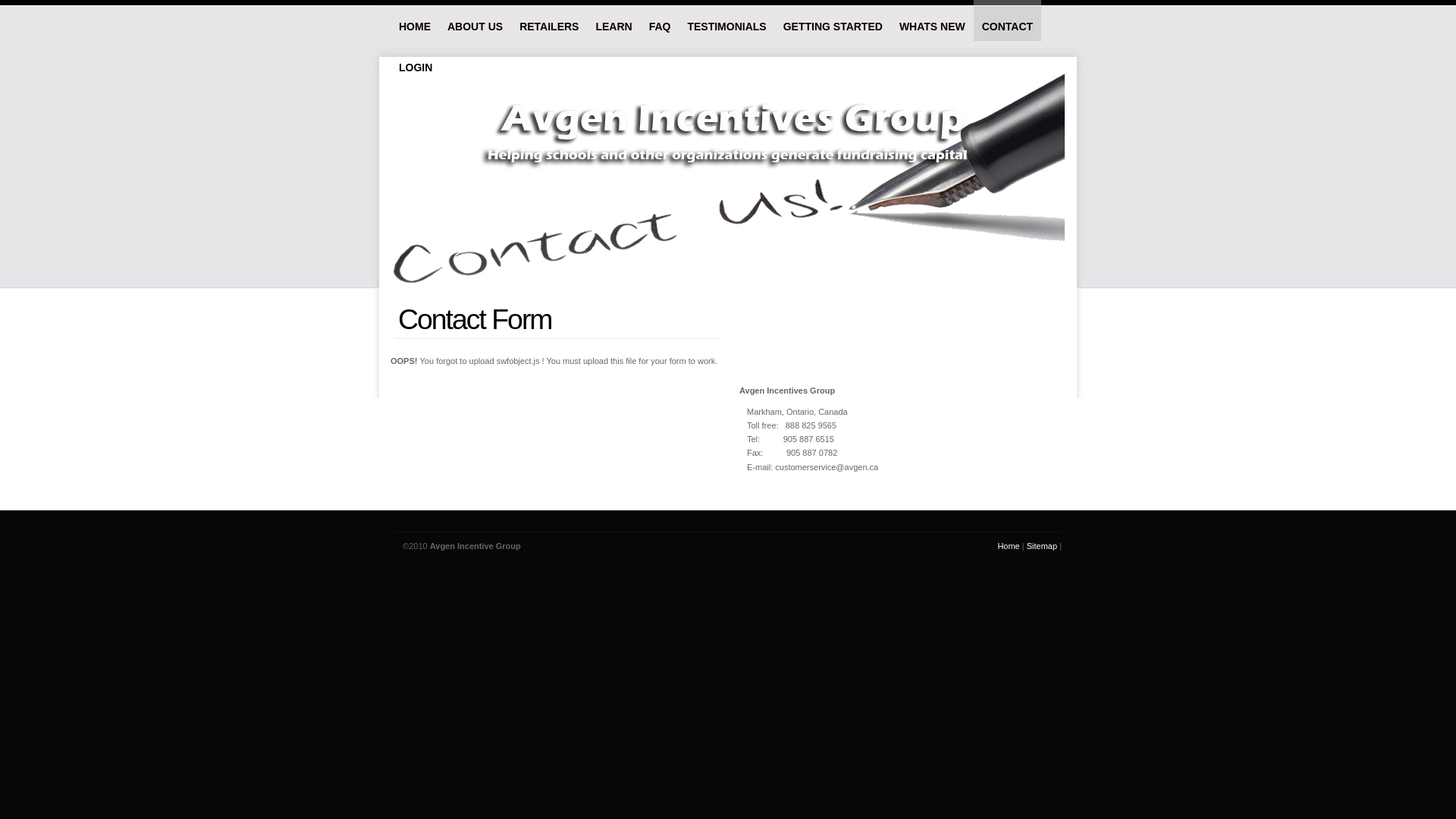 The image size is (1456, 819). Describe the element at coordinates (1007, 20) in the screenshot. I see `'CONTACT'` at that location.